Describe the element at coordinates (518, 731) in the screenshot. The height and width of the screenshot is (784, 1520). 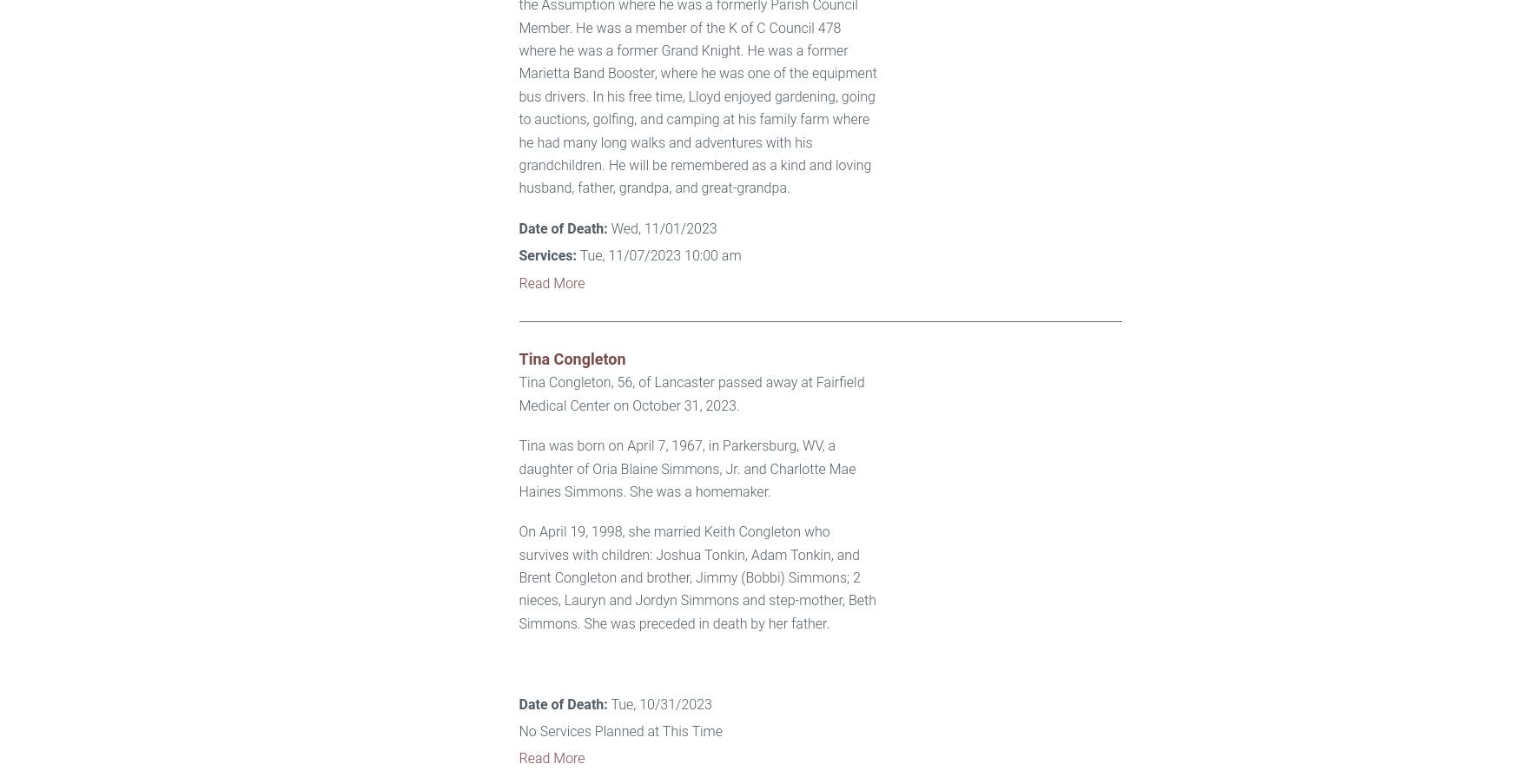
I see `'No Services Planned at This Time'` at that location.